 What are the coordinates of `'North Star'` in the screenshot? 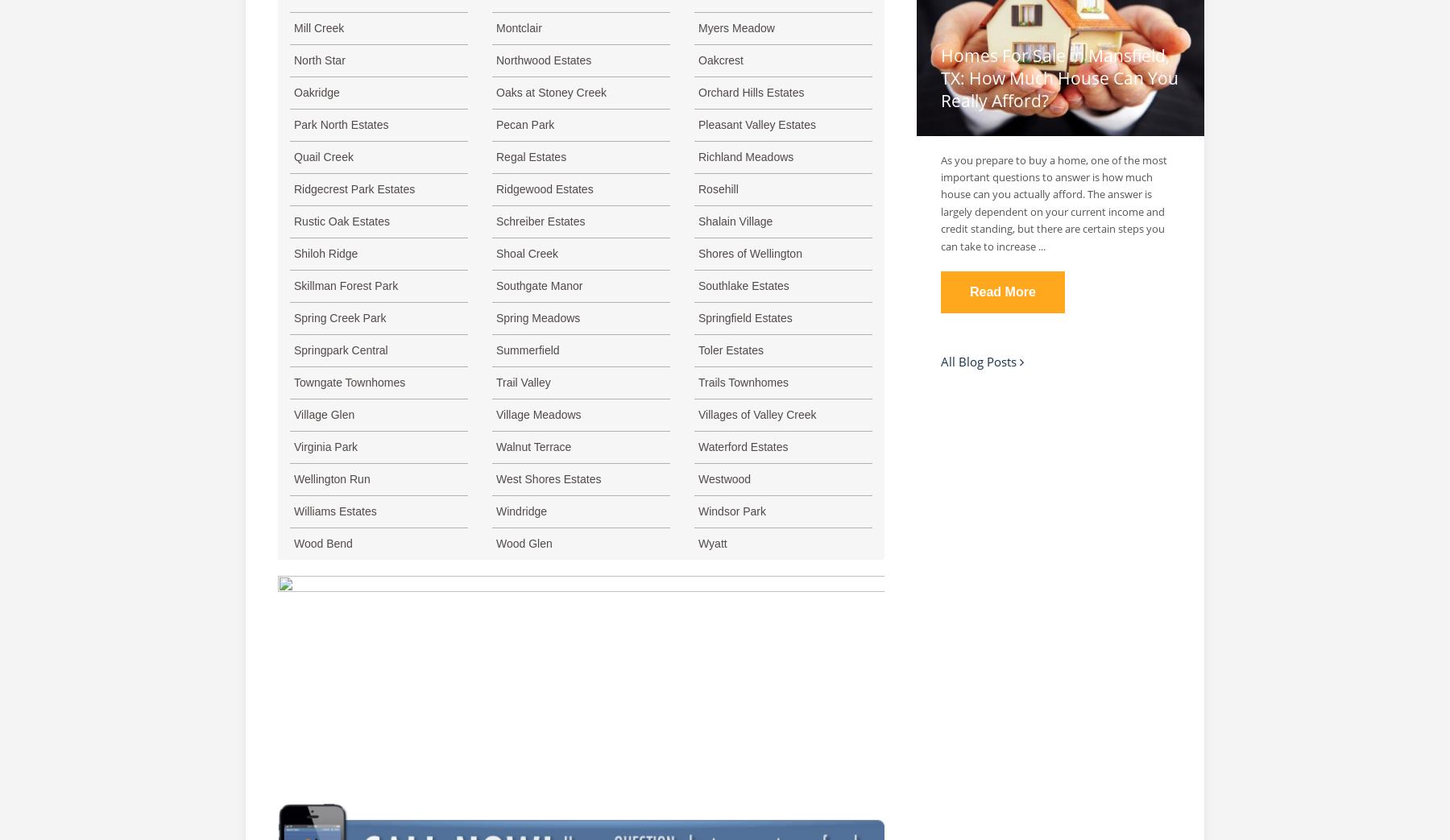 It's located at (319, 59).